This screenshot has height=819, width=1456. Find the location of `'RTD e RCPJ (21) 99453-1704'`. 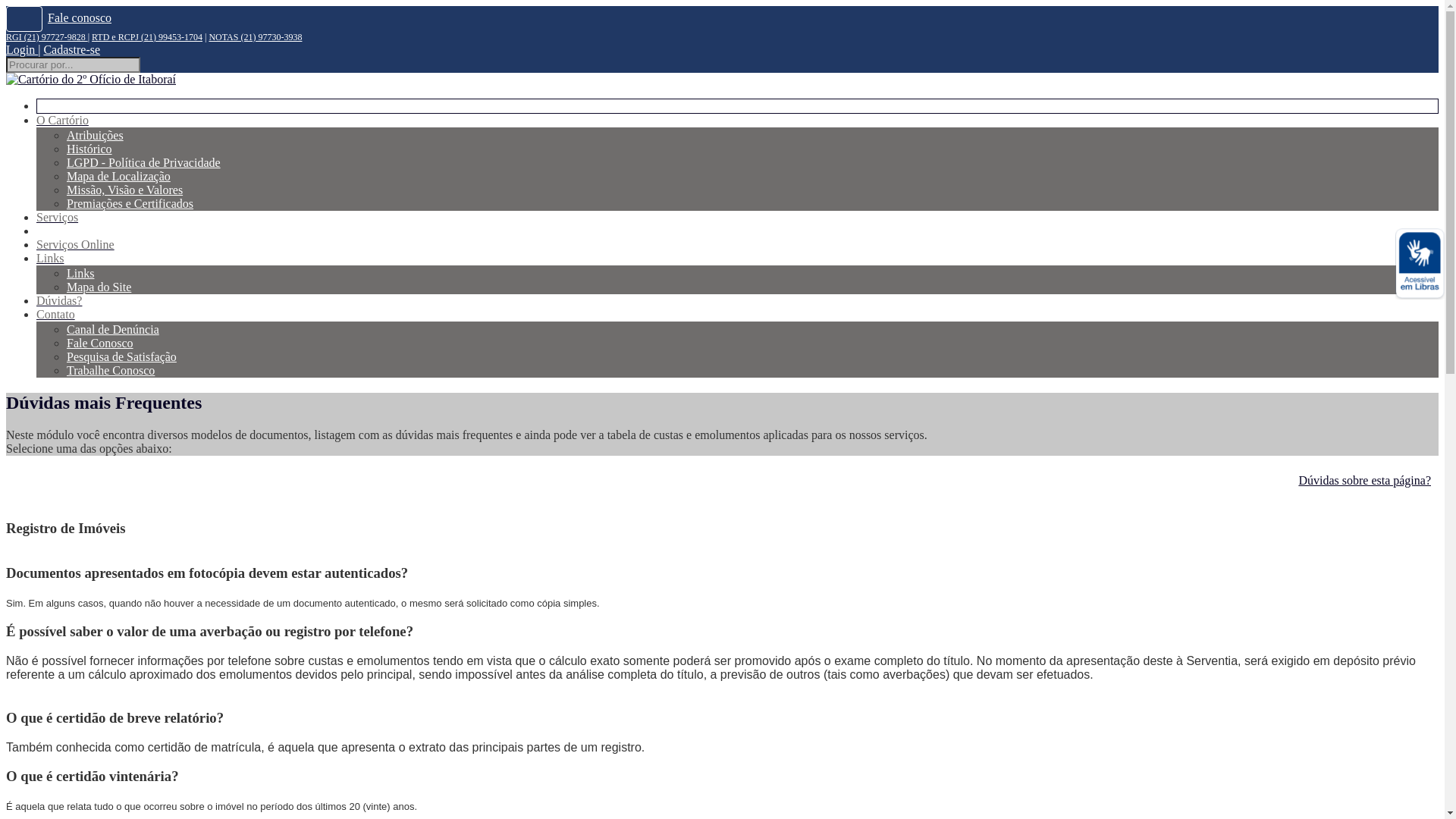

'RTD e RCPJ (21) 99453-1704' is located at coordinates (90, 36).